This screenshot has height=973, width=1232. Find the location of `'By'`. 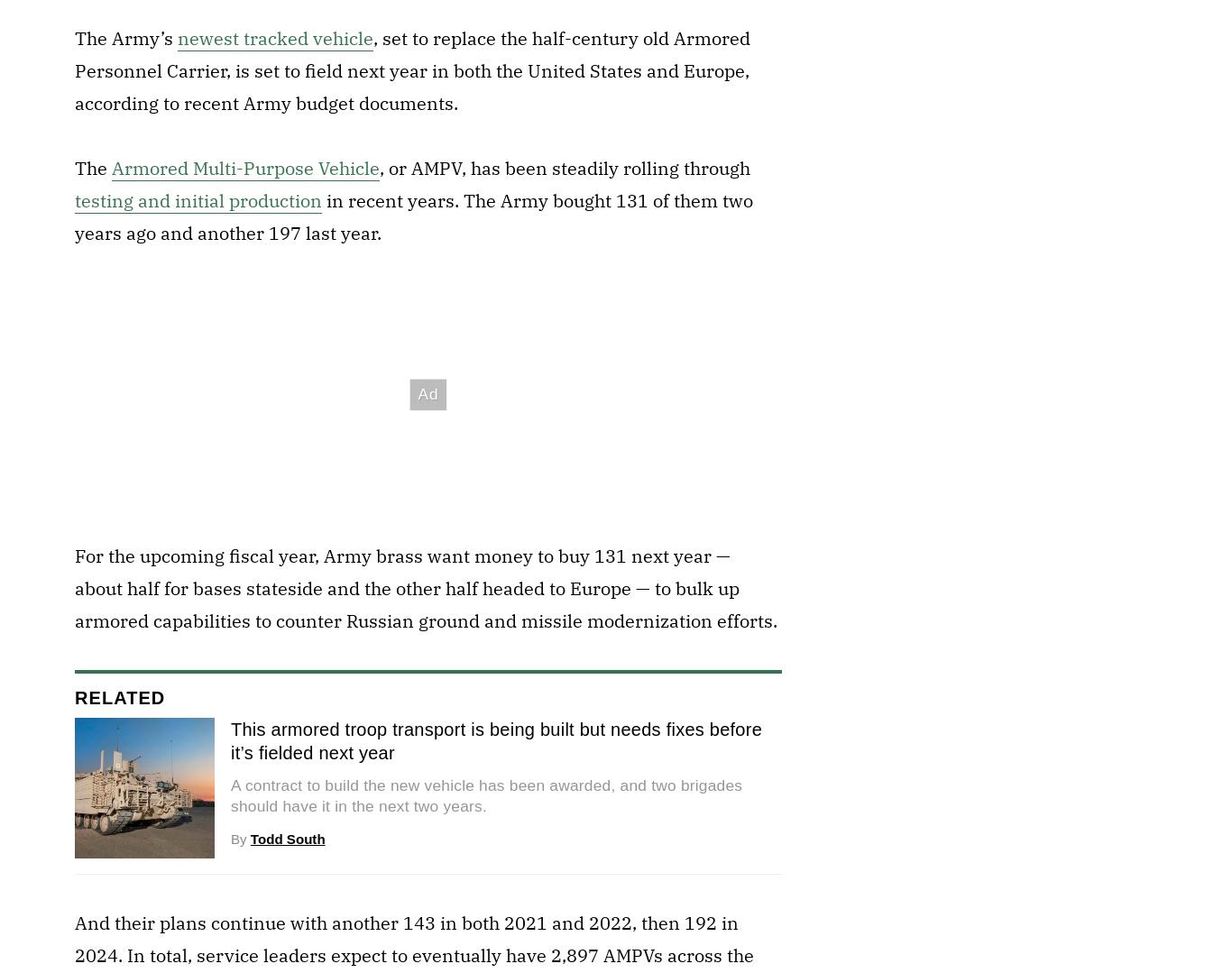

'By' is located at coordinates (238, 839).